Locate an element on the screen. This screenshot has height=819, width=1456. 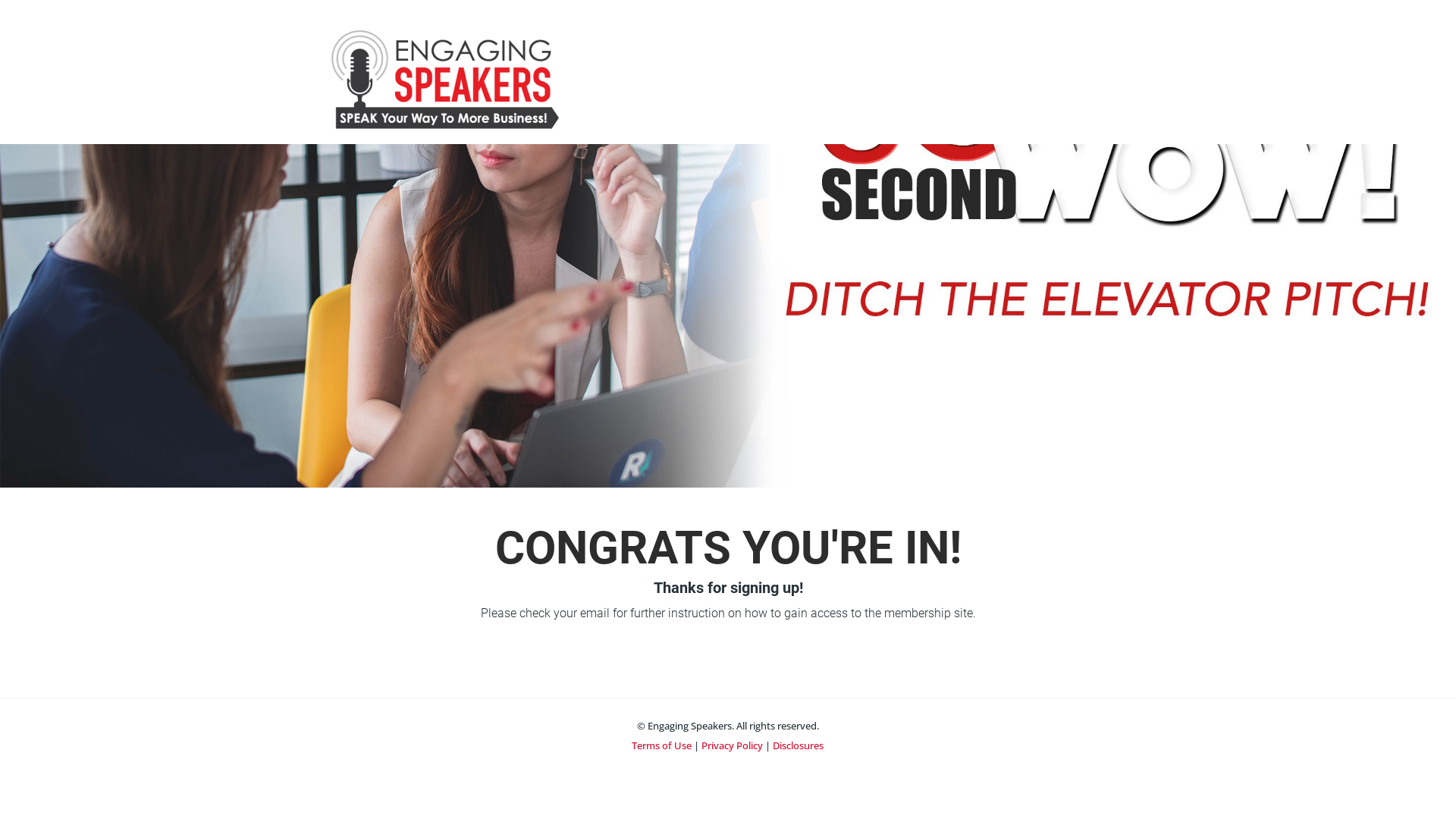
'Terms of Use' is located at coordinates (661, 745).